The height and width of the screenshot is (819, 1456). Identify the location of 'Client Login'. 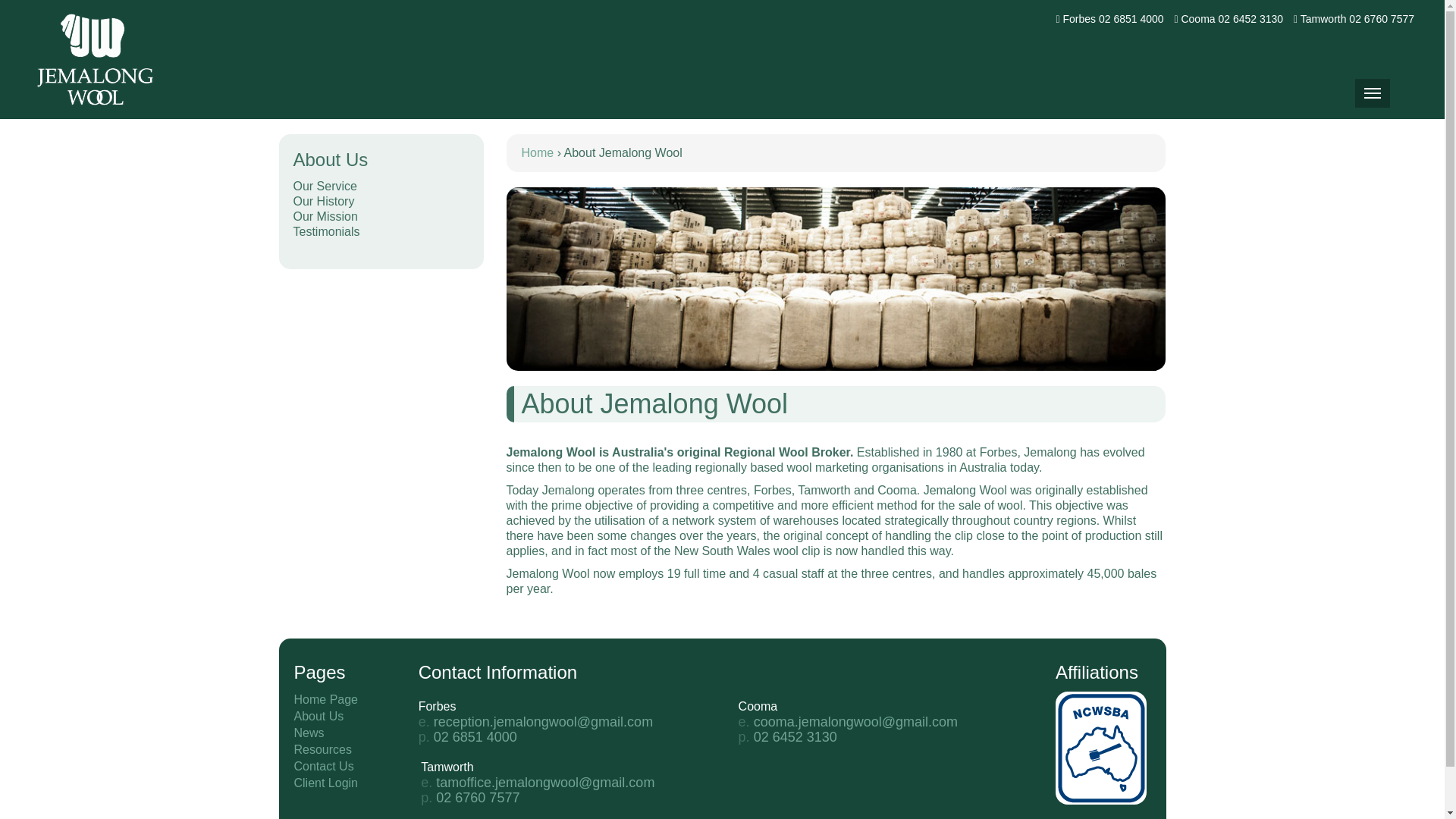
(325, 783).